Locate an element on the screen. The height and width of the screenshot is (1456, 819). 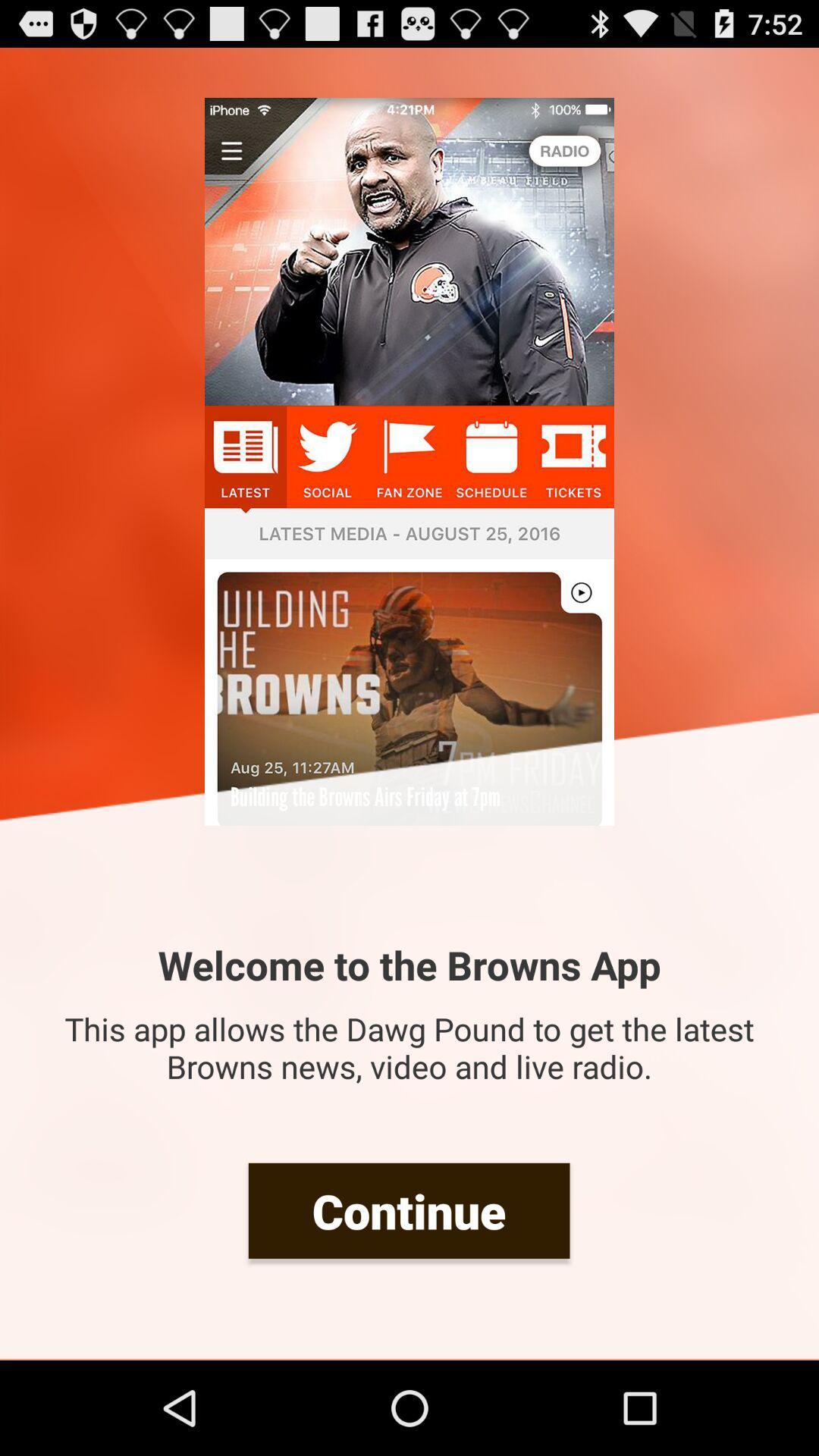
icon below the this app allows item is located at coordinates (408, 1210).